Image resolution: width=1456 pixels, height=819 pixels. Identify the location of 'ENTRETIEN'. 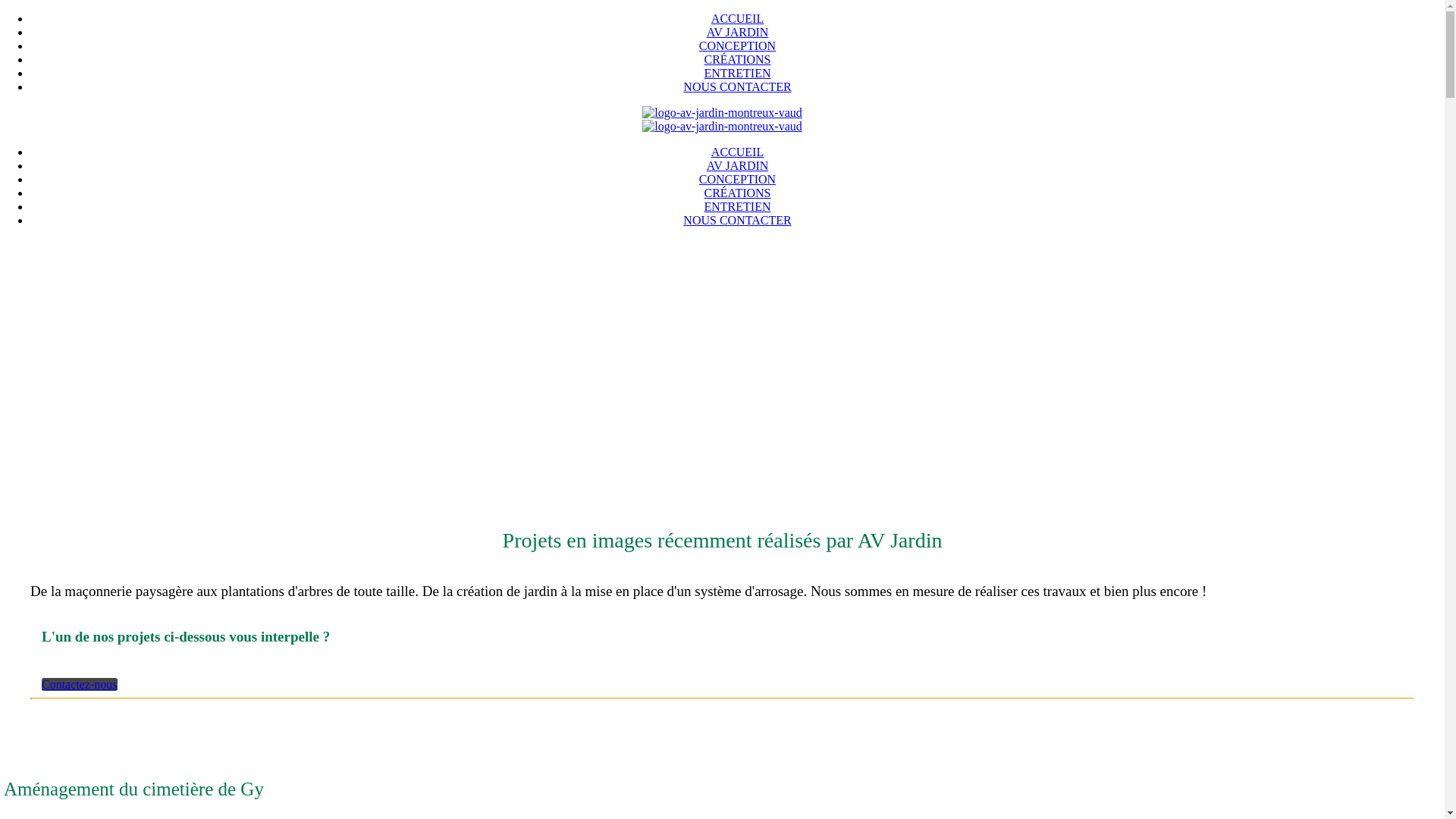
(736, 73).